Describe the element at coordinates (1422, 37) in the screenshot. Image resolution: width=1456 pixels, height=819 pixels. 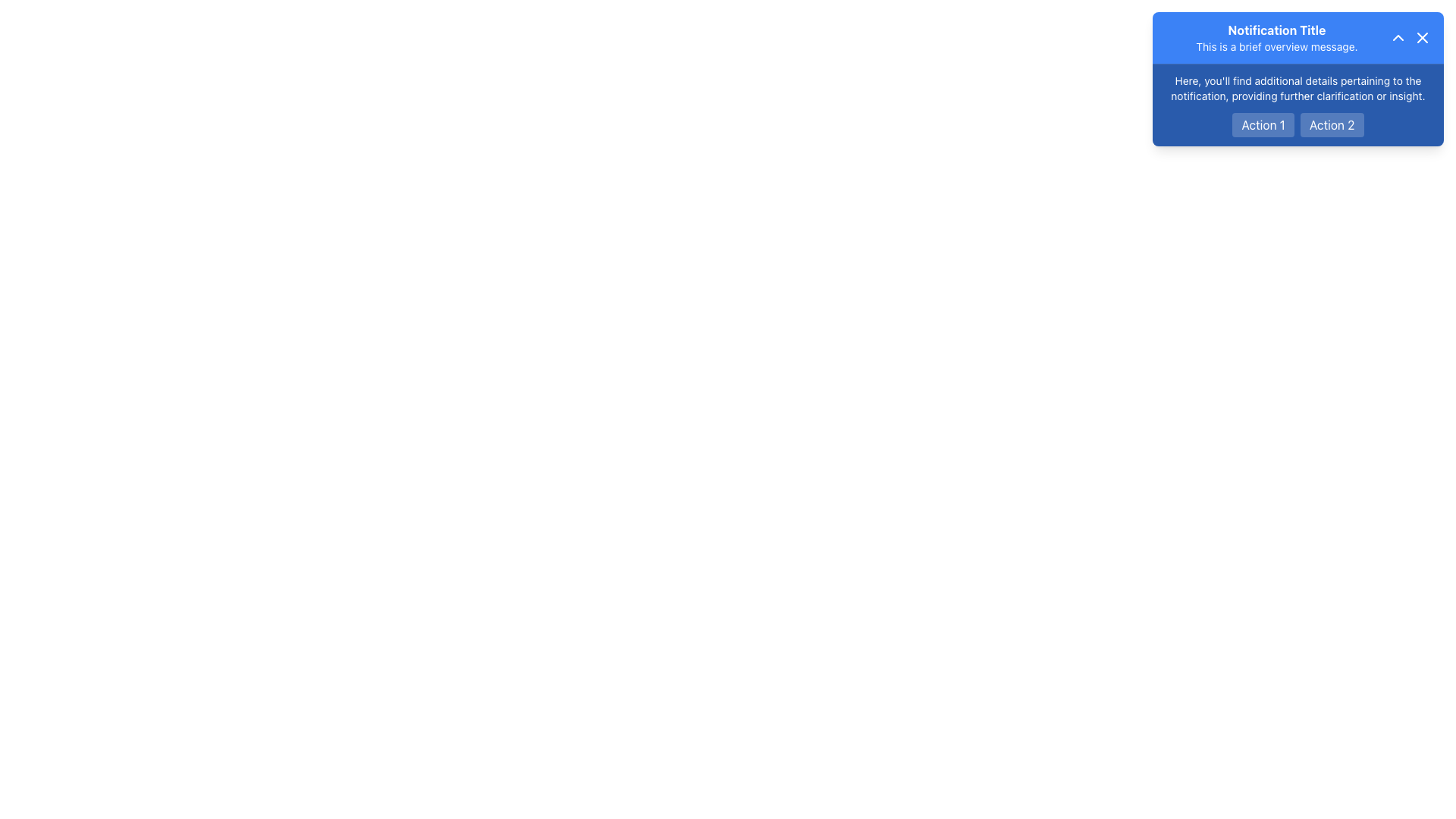
I see `the small 'X' button located in the upper right corner of the notification card` at that location.